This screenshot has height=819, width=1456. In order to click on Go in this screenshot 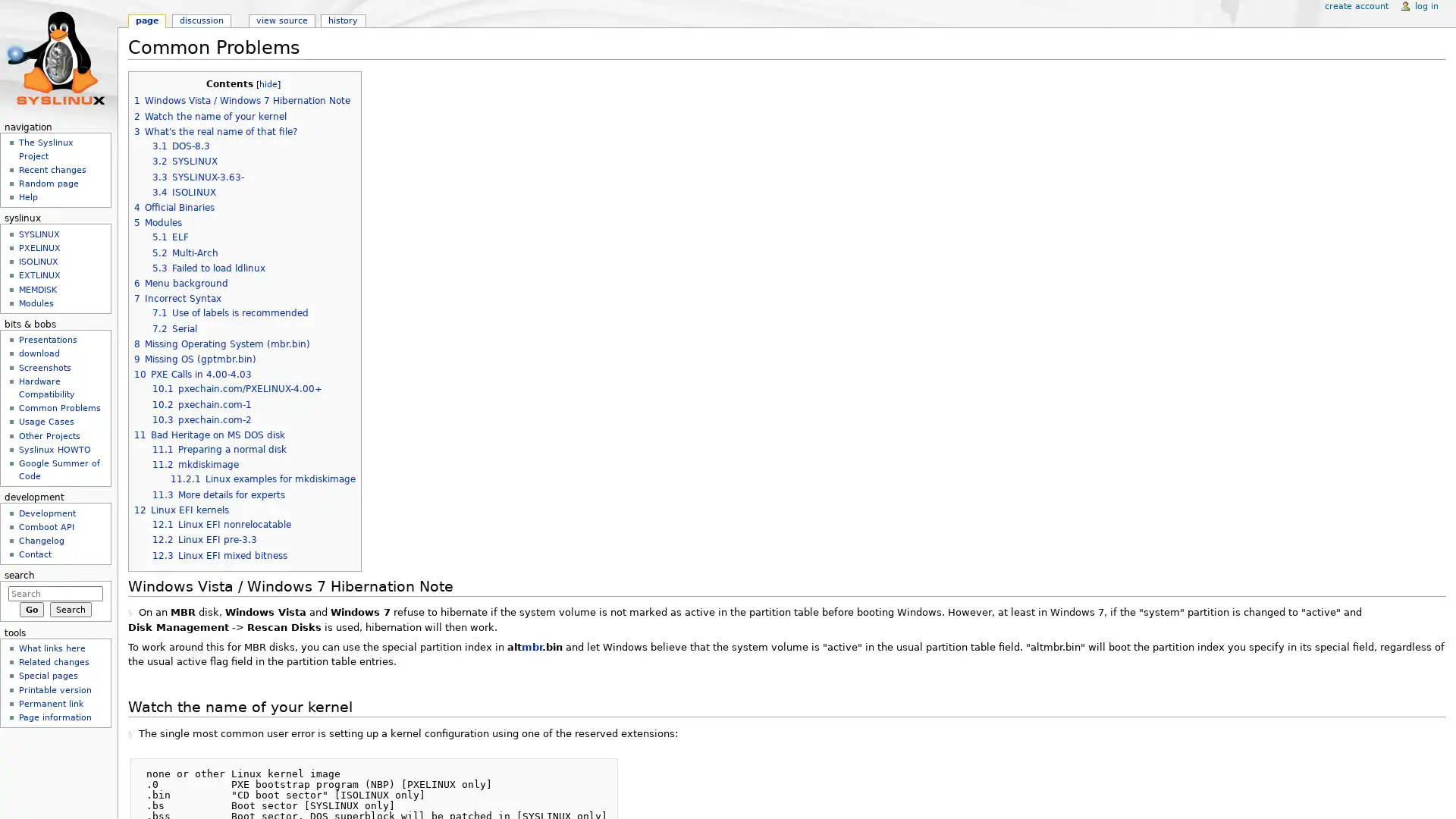, I will do `click(31, 608)`.